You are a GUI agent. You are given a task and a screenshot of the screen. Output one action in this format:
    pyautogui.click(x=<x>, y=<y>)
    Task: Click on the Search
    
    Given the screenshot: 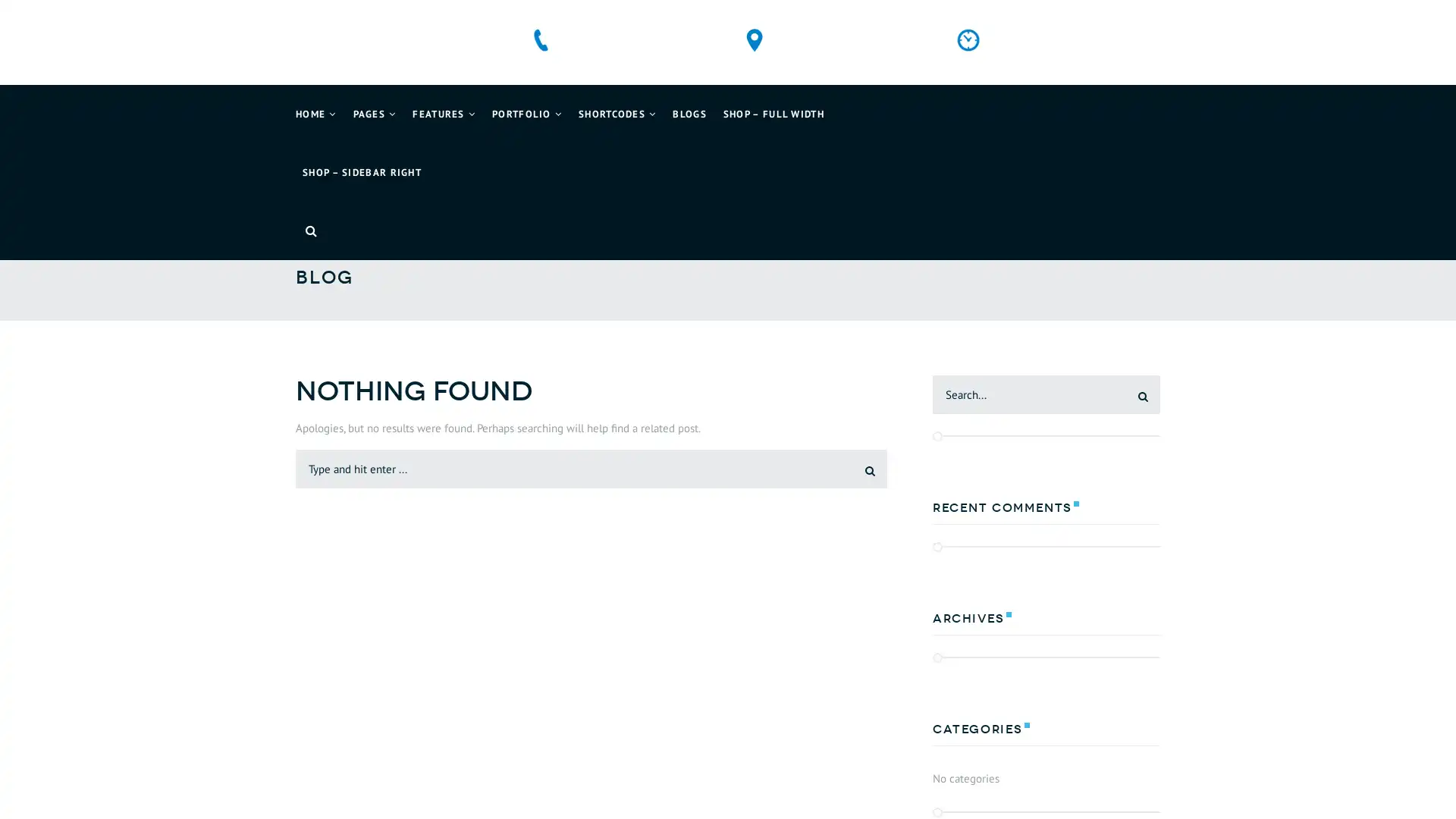 What is the action you would take?
    pyautogui.click(x=858, y=467)
    